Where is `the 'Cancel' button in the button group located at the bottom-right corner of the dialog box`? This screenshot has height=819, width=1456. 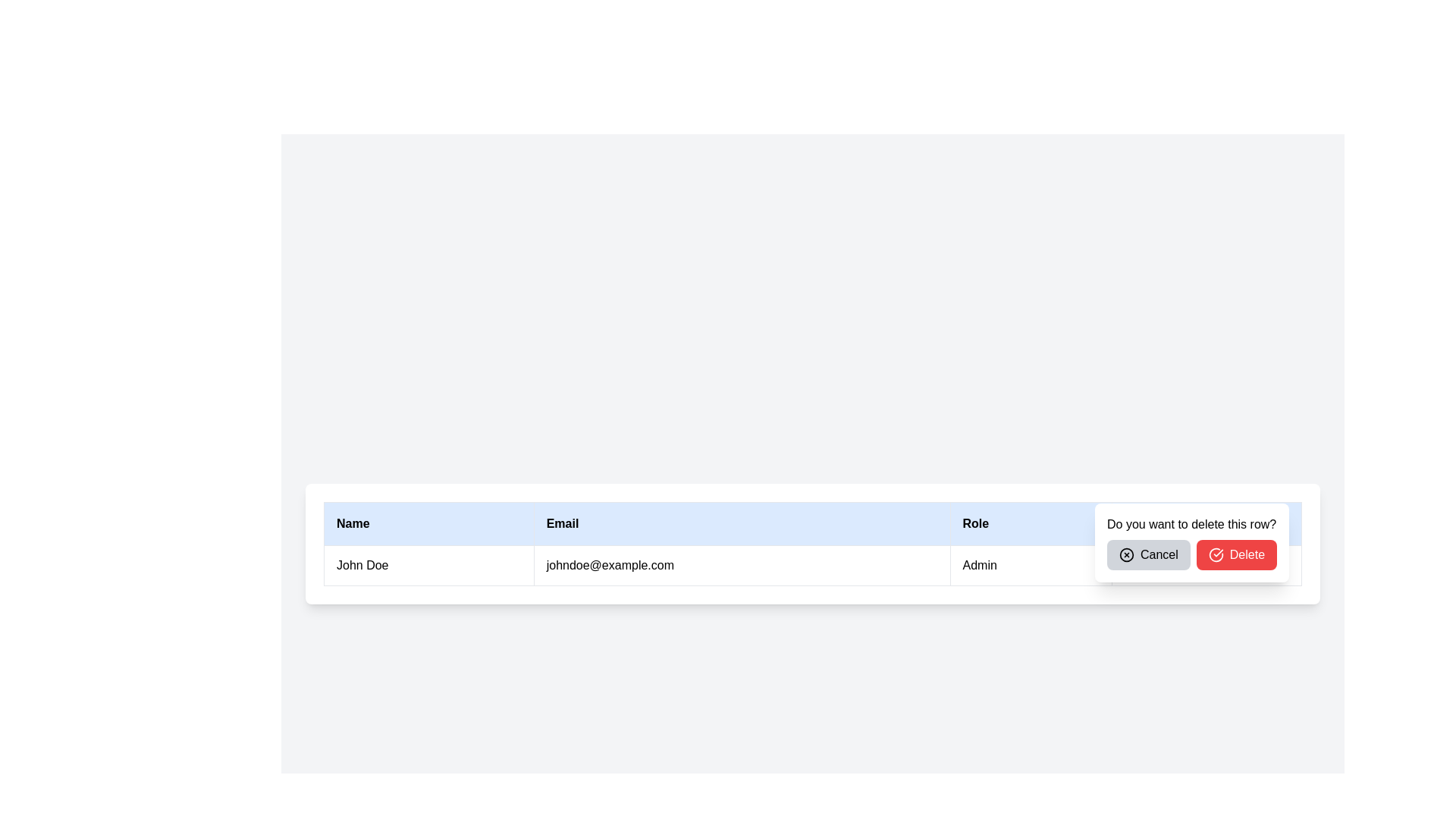 the 'Cancel' button in the button group located at the bottom-right corner of the dialog box is located at coordinates (1191, 554).